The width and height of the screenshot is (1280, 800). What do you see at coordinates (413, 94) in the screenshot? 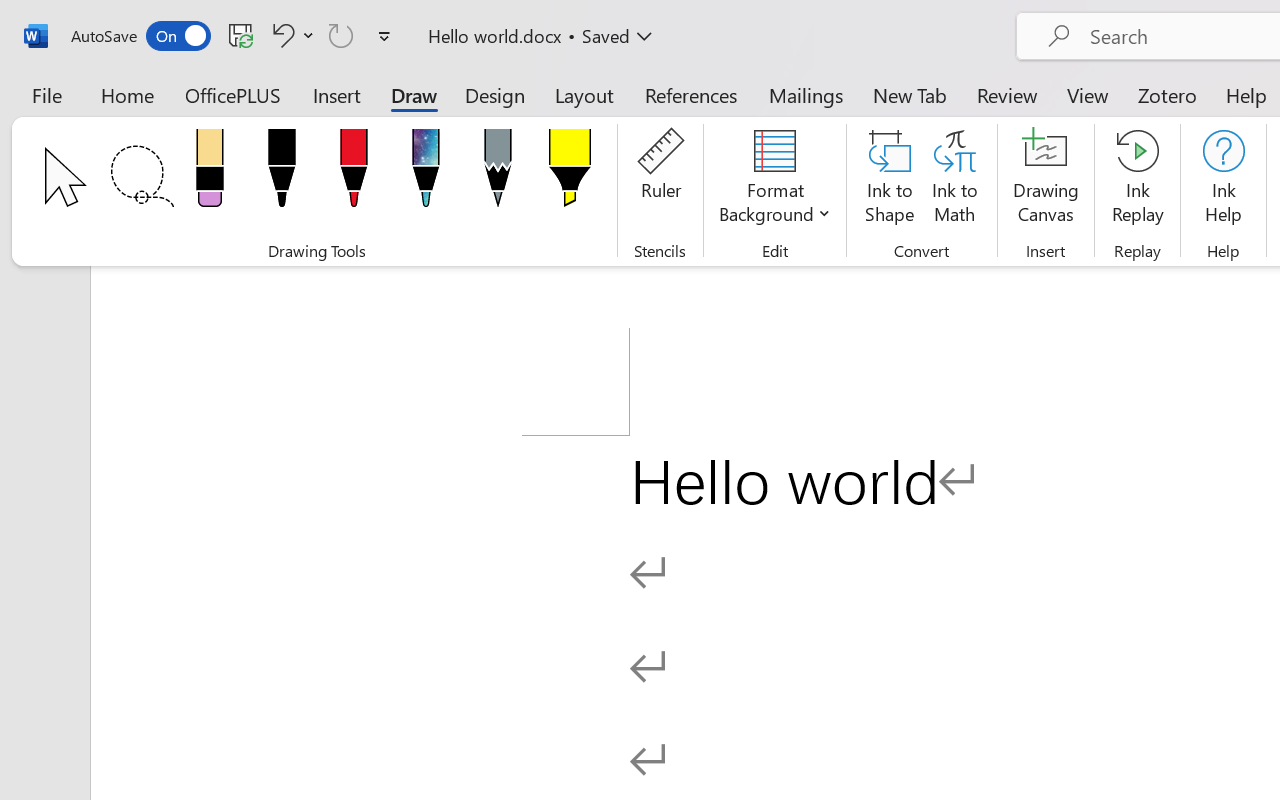
I see `'Draw'` at bounding box center [413, 94].